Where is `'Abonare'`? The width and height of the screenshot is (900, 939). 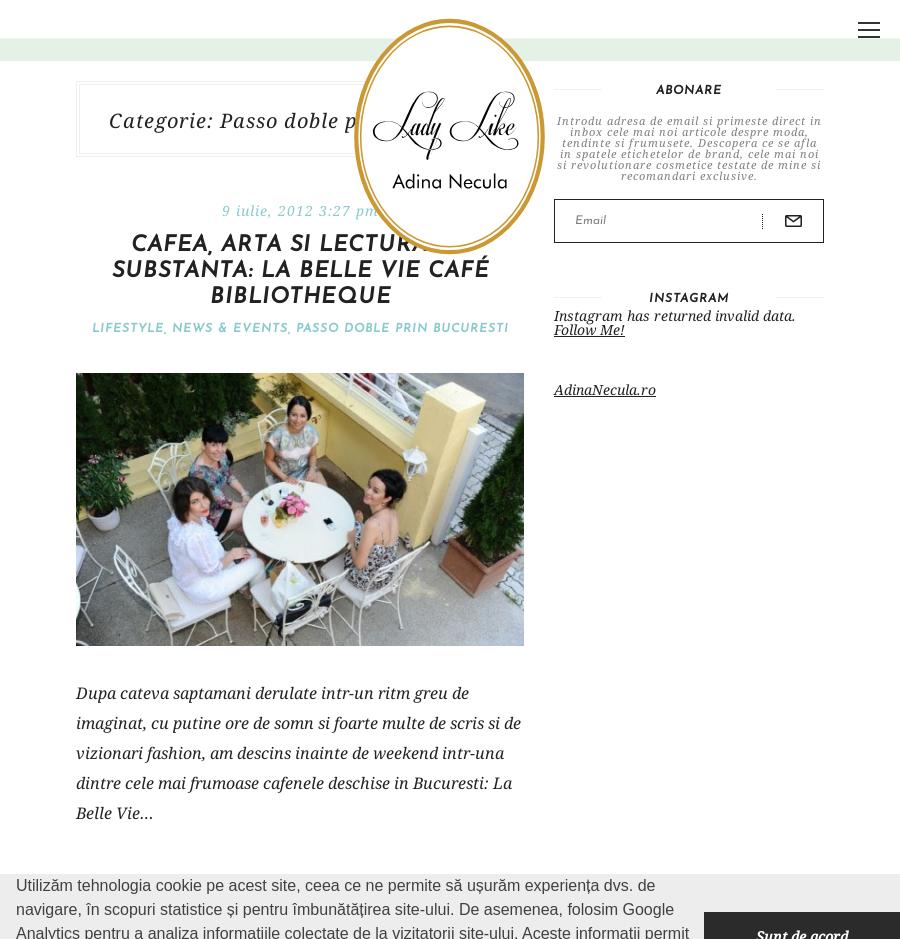
'Abonare' is located at coordinates (688, 90).